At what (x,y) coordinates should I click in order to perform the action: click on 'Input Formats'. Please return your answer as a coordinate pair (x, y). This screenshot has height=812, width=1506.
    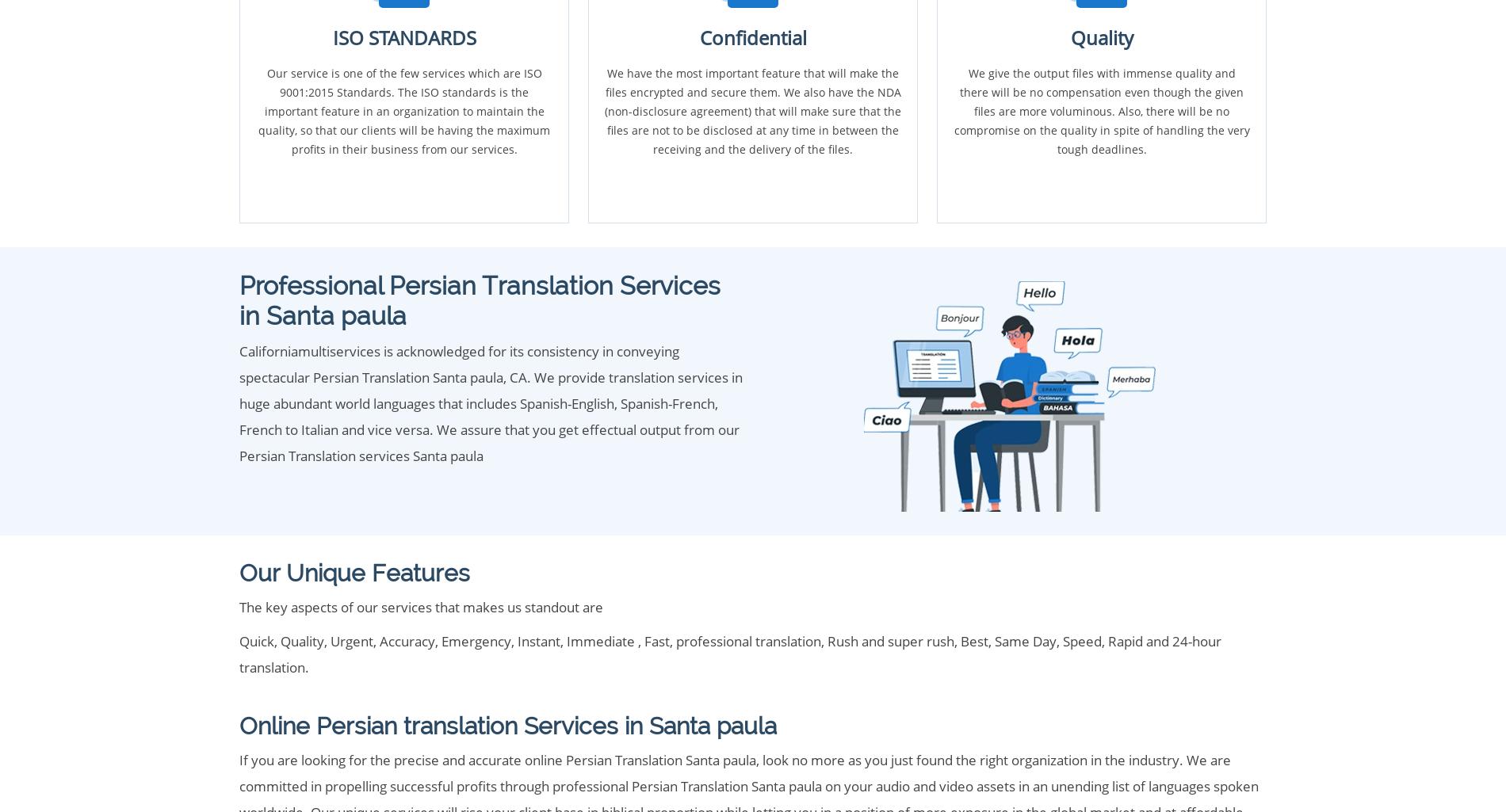
    Looking at the image, I should click on (246, 537).